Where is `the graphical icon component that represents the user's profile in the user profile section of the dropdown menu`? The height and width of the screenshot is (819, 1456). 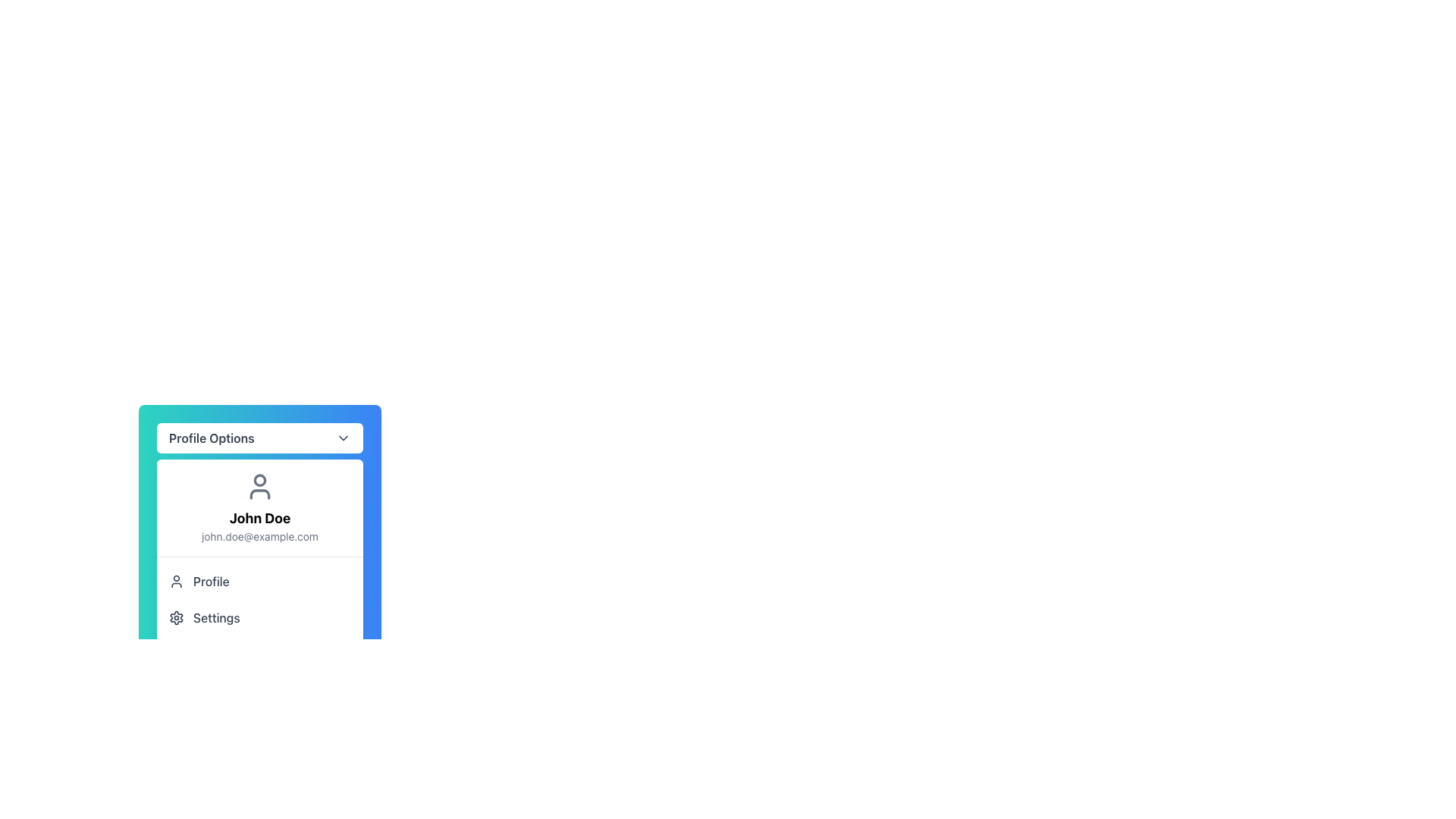
the graphical icon component that represents the user's profile in the user profile section of the dropdown menu is located at coordinates (259, 494).